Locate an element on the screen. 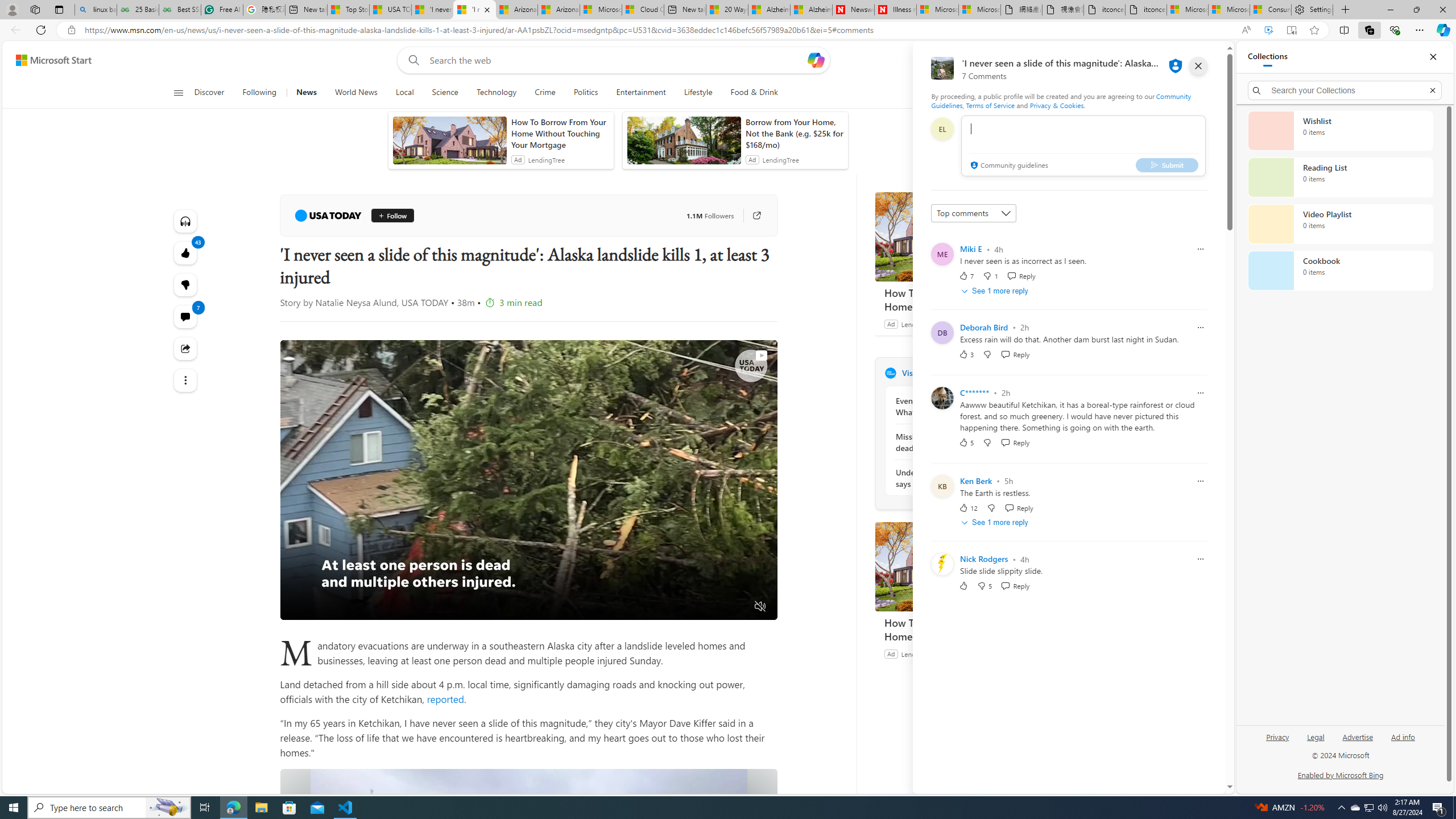  'Go to publisher' is located at coordinates (751, 216).